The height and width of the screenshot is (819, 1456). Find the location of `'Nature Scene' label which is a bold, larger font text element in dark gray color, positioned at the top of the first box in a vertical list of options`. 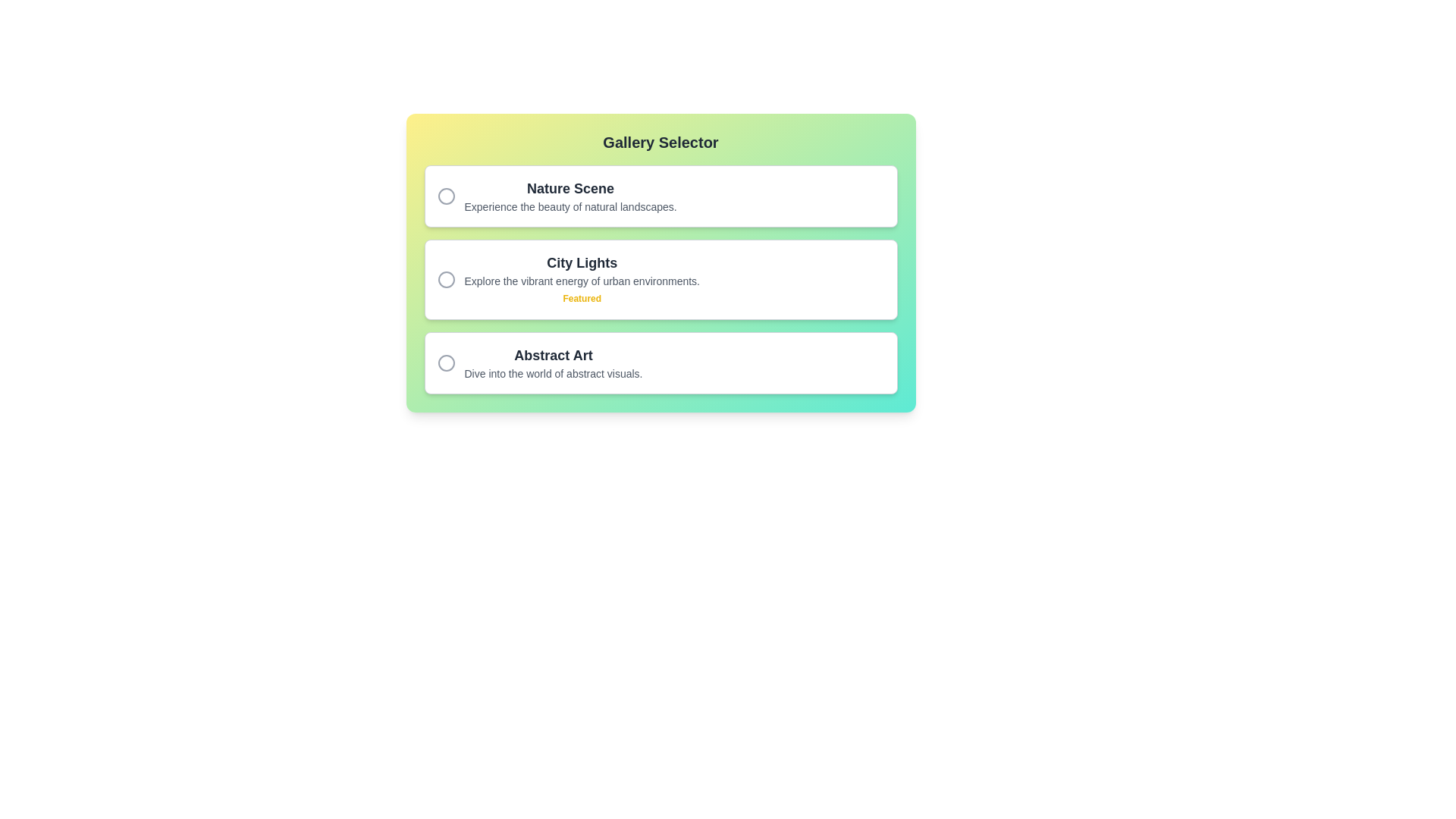

'Nature Scene' label which is a bold, larger font text element in dark gray color, positioned at the top of the first box in a vertical list of options is located at coordinates (570, 188).